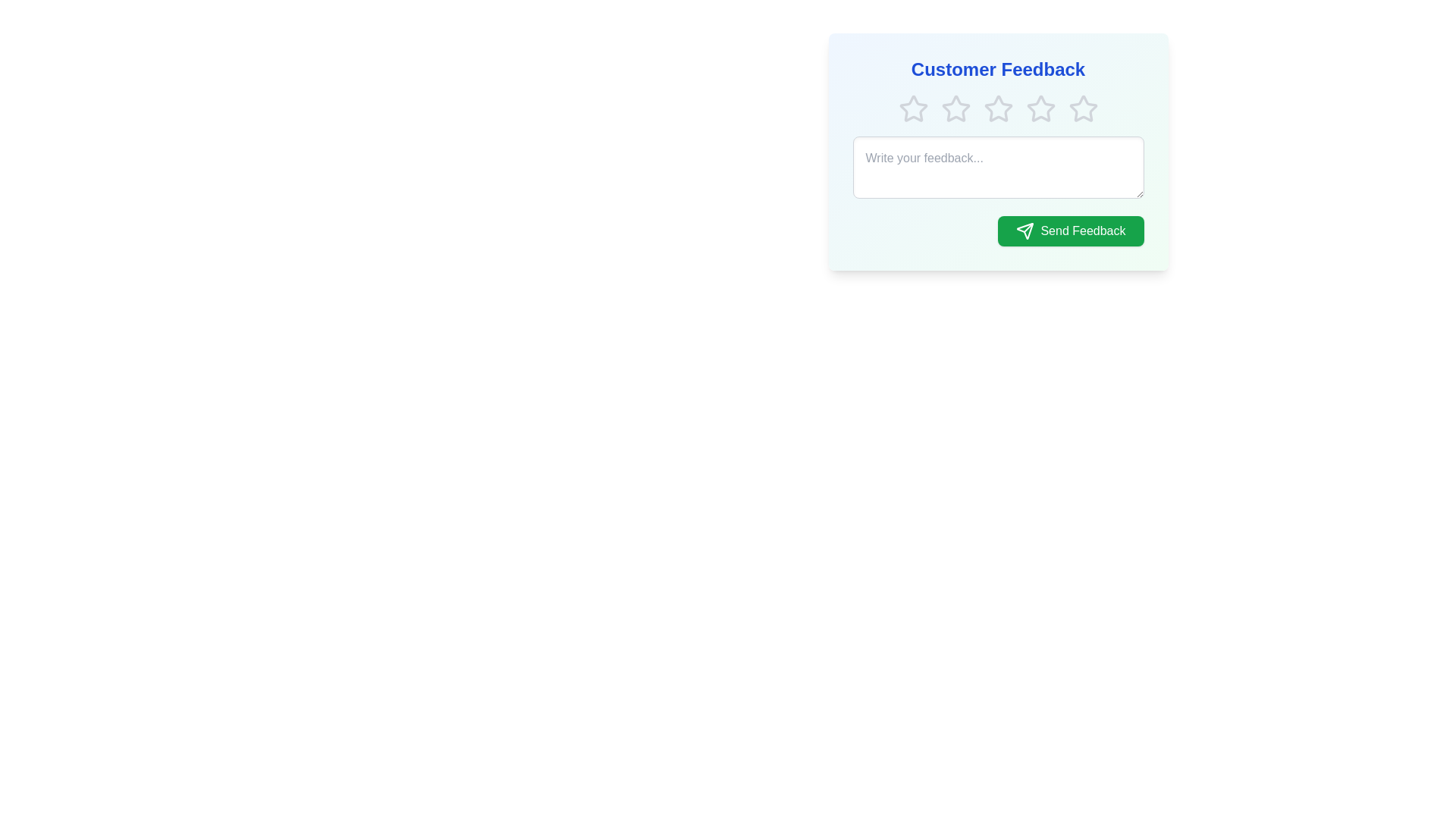  Describe the element at coordinates (1040, 108) in the screenshot. I see `the star corresponding to the desired rating 4` at that location.